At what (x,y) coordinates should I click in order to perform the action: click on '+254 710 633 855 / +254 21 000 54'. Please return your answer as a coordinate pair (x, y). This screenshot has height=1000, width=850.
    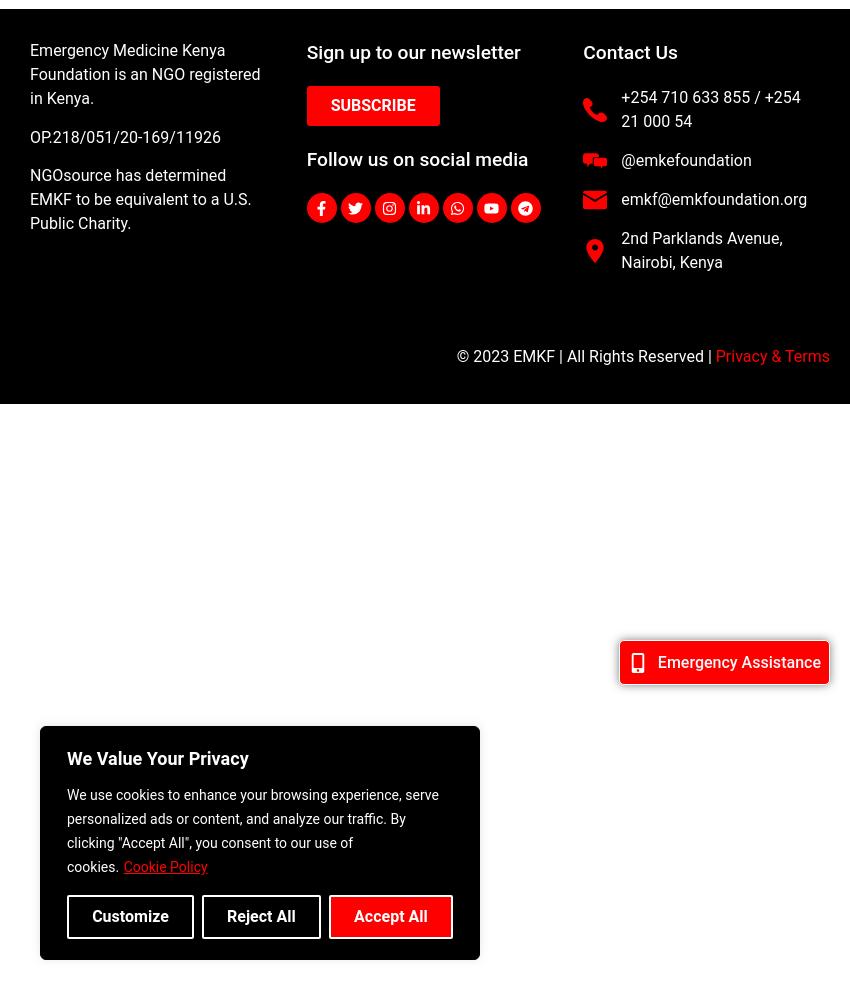
    Looking at the image, I should click on (709, 108).